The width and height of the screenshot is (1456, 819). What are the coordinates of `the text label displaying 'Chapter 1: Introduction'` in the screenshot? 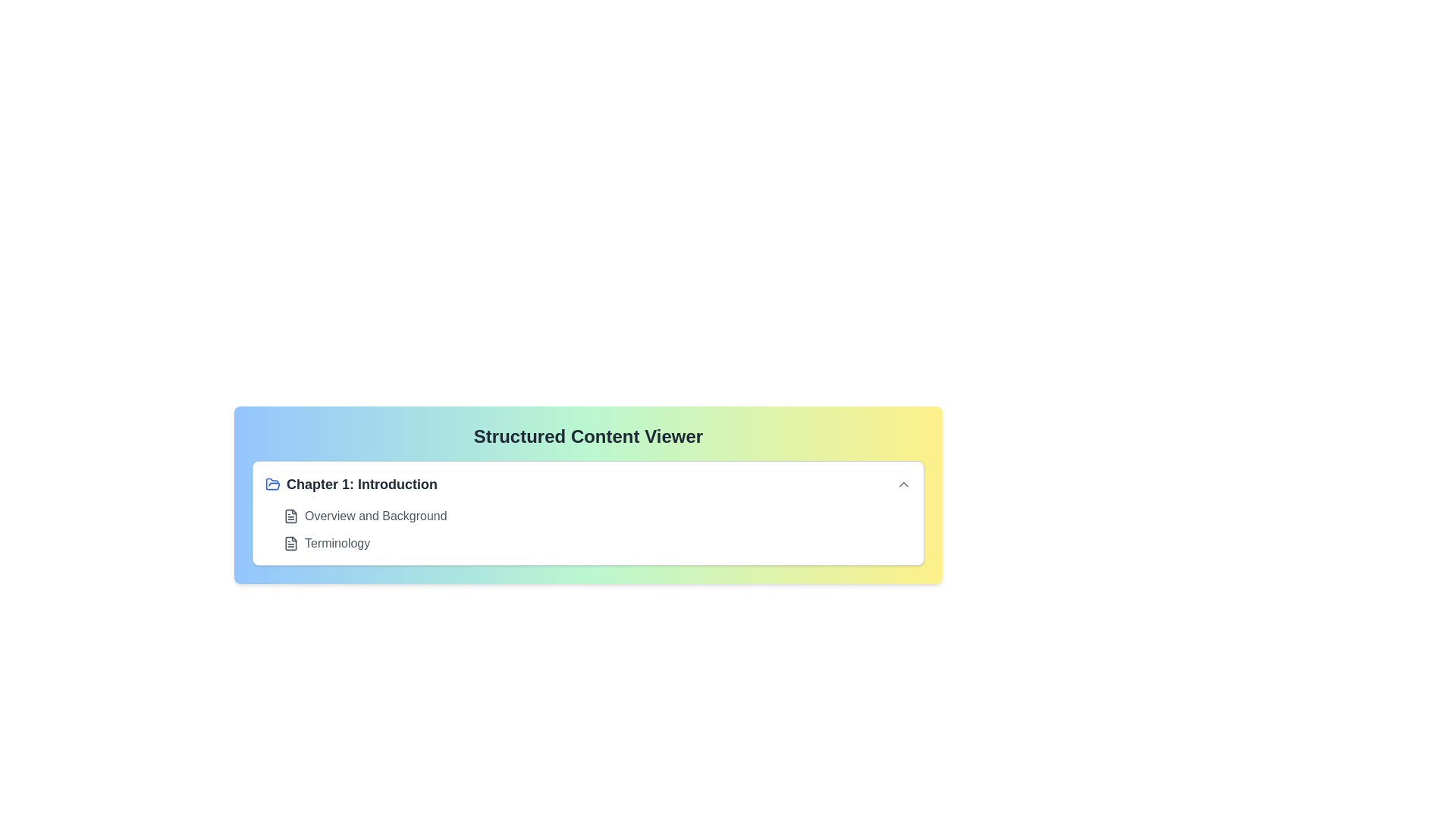 It's located at (361, 485).